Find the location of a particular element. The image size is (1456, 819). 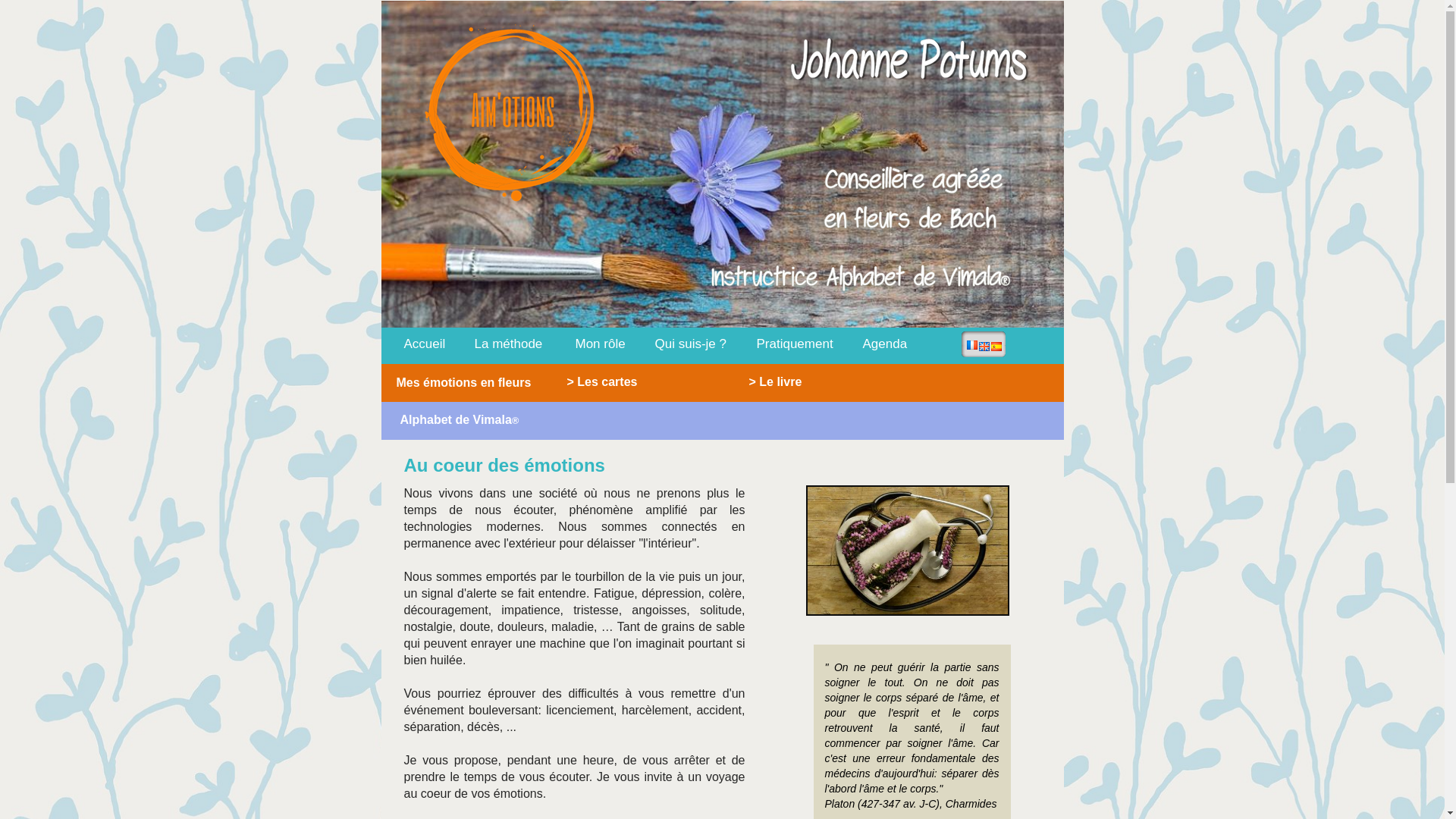

'> Les cartes' is located at coordinates (554, 379).